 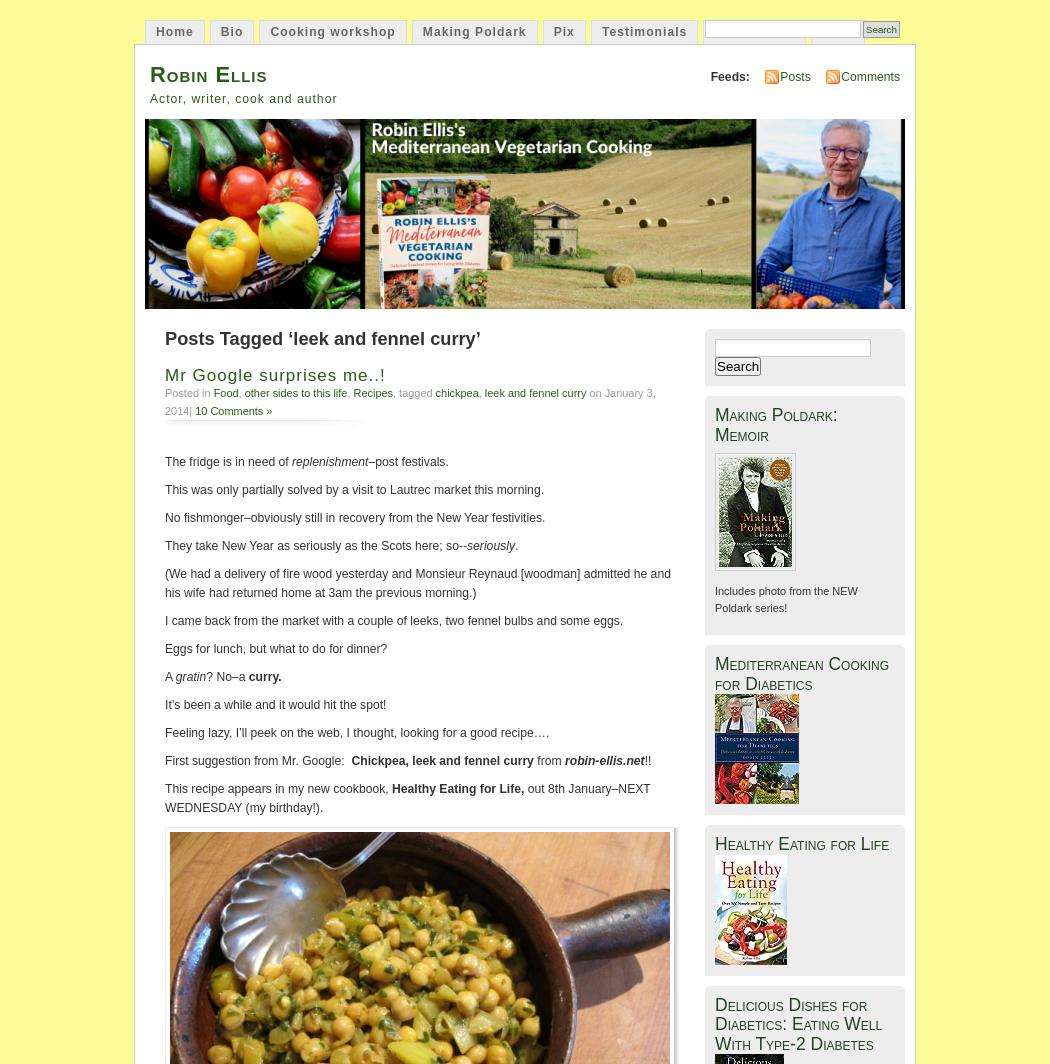 What do you see at coordinates (353, 489) in the screenshot?
I see `'This was only partially solved by a visit to Lautrec market this morning.'` at bounding box center [353, 489].